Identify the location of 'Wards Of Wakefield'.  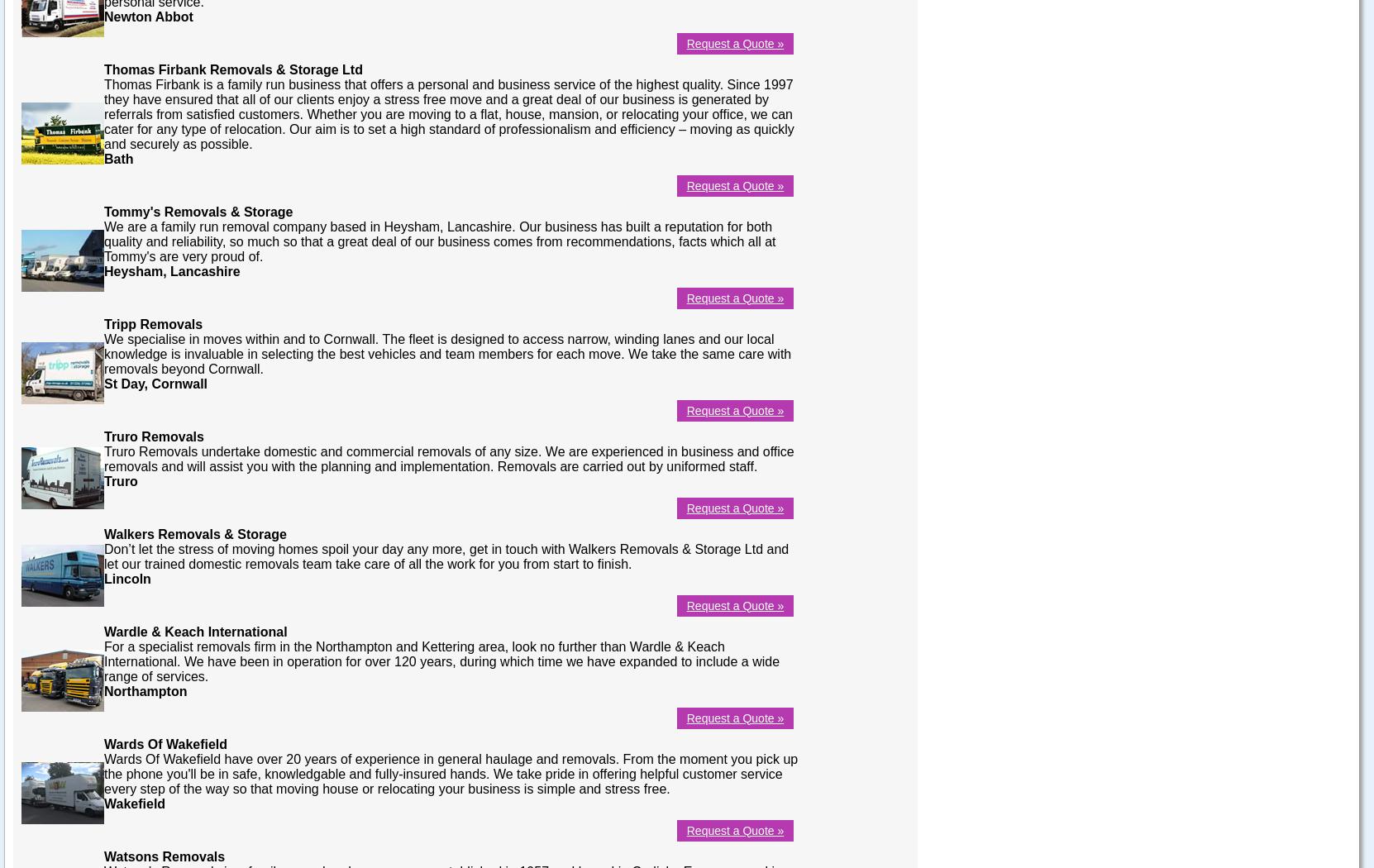
(165, 742).